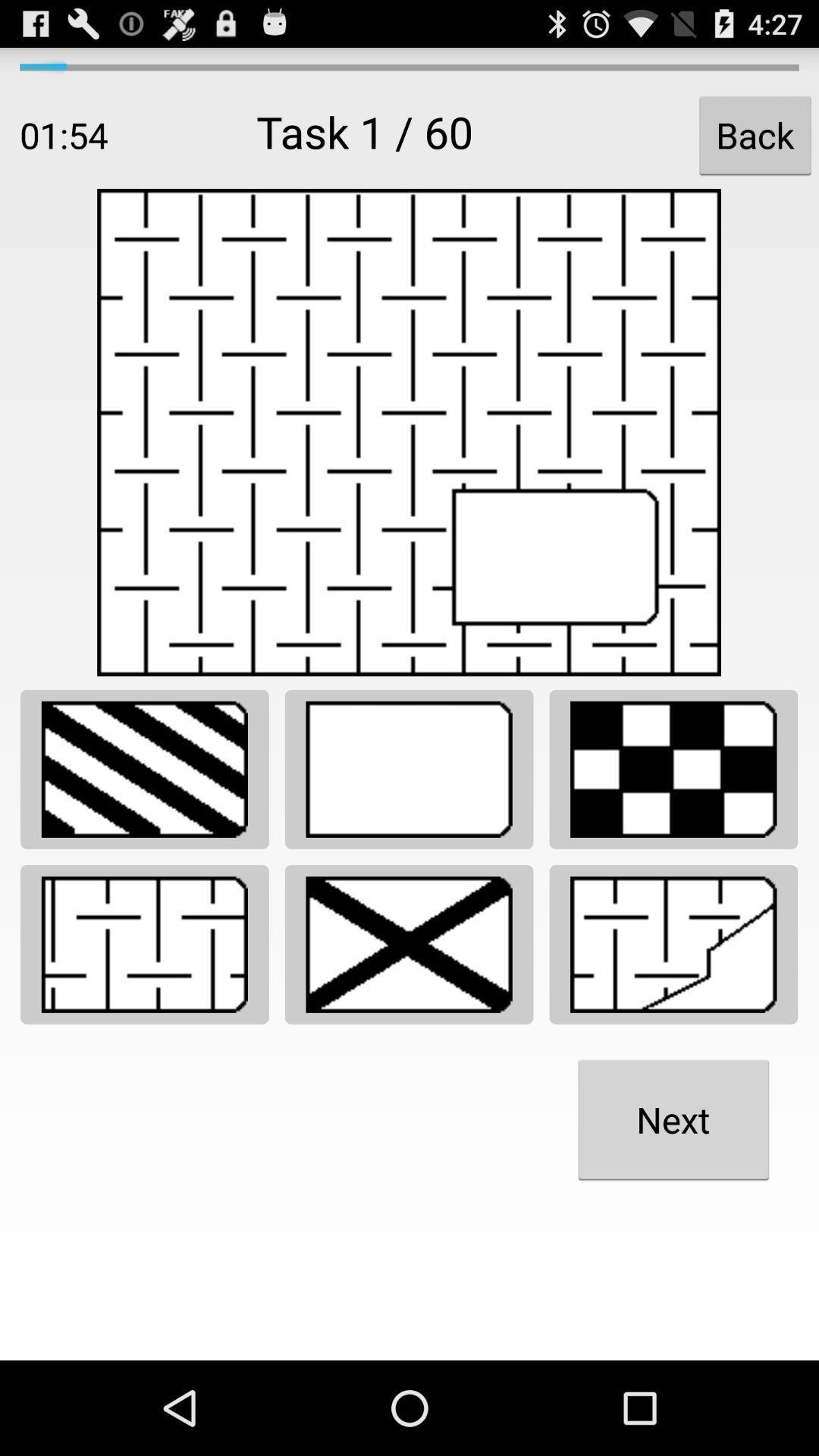 Image resolution: width=819 pixels, height=1456 pixels. Describe the element at coordinates (144, 769) in the screenshot. I see `layout change` at that location.